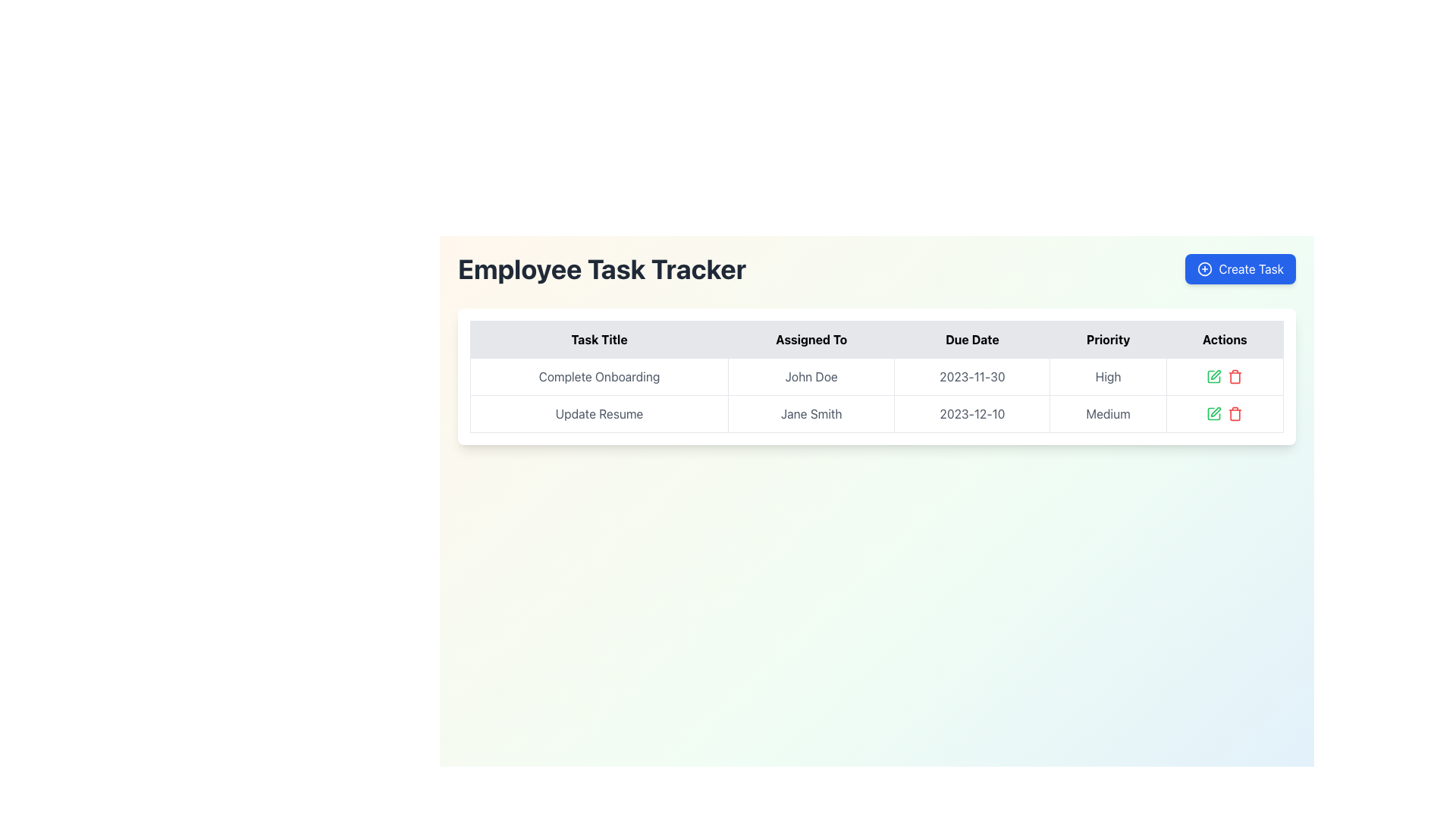 Image resolution: width=1456 pixels, height=819 pixels. I want to click on the trash can icon in the 'Actions' column for the 'Update Resume' task, so click(1235, 415).